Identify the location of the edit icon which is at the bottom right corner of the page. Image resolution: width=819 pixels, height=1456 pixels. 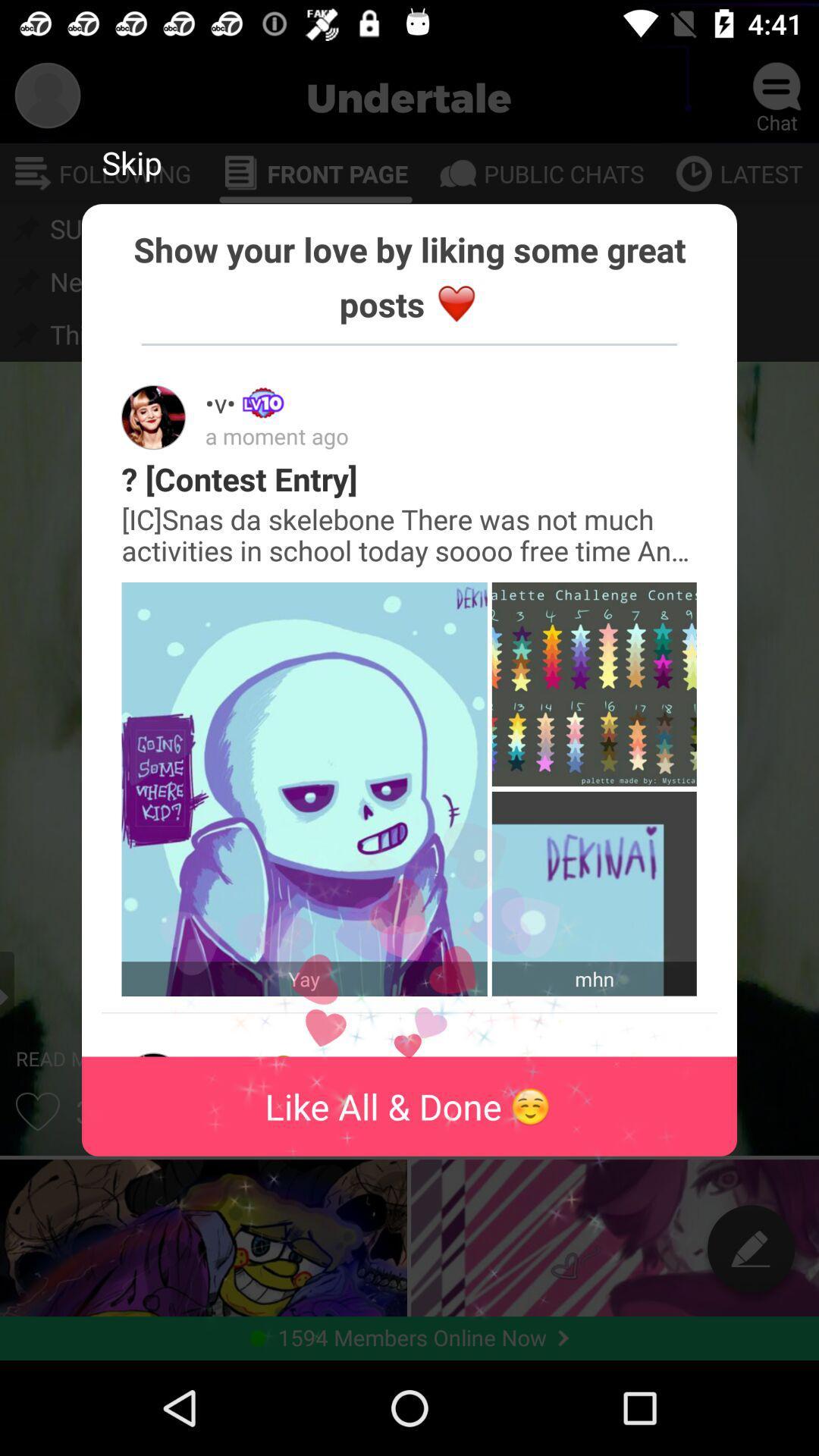
(752, 1248).